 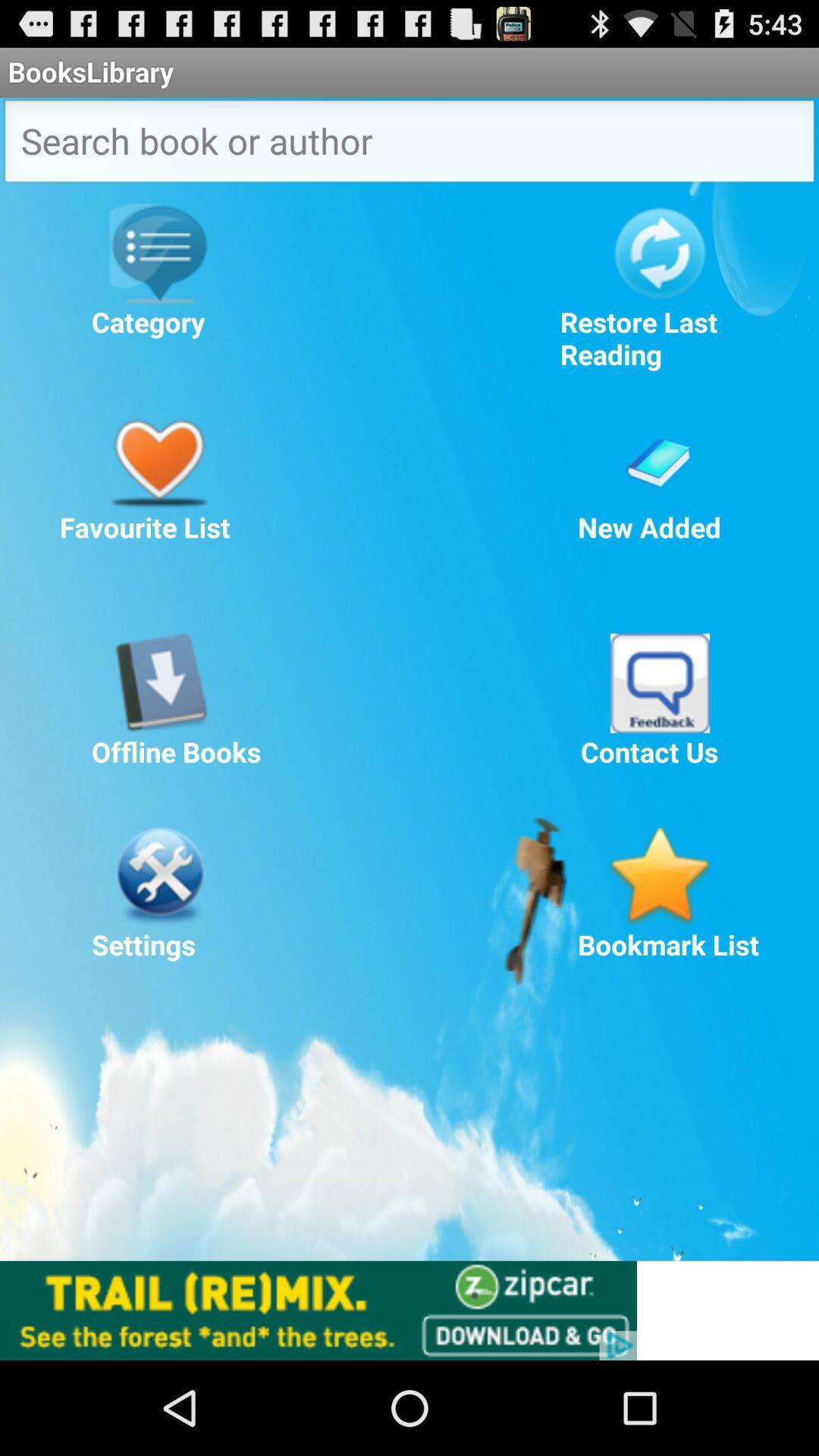 I want to click on search button, so click(x=409, y=146).